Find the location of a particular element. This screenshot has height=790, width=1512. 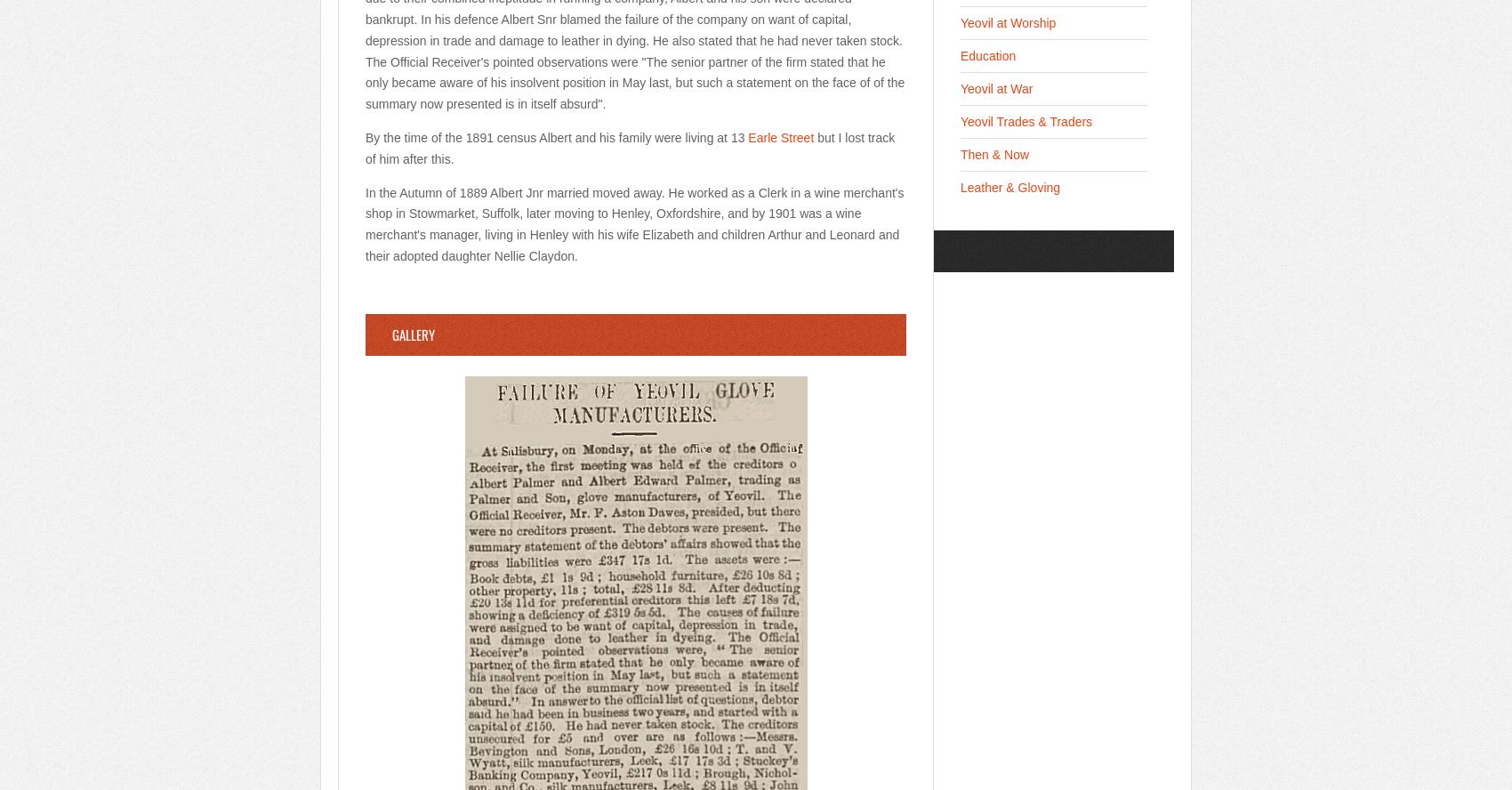

'In the Autumn of 
																1889 Albert Jnr 
																married moved 
																away. He worked 
																as a Clerk in a 
																wine merchant's 
																shop in 
																Stowmarket, 
																Suffolk, later 
																moving to 
																Henley, 
																Oxfordshire, and 
																by 1901 was a 
																wine merchant's 
																manager, living 
																in Henley with 
																his wife 
																Elizabeth and 
																children Arthur 
																and Leonard and 
																their adopted 
																daughter Nellie 
																Claydon.' is located at coordinates (365, 223).